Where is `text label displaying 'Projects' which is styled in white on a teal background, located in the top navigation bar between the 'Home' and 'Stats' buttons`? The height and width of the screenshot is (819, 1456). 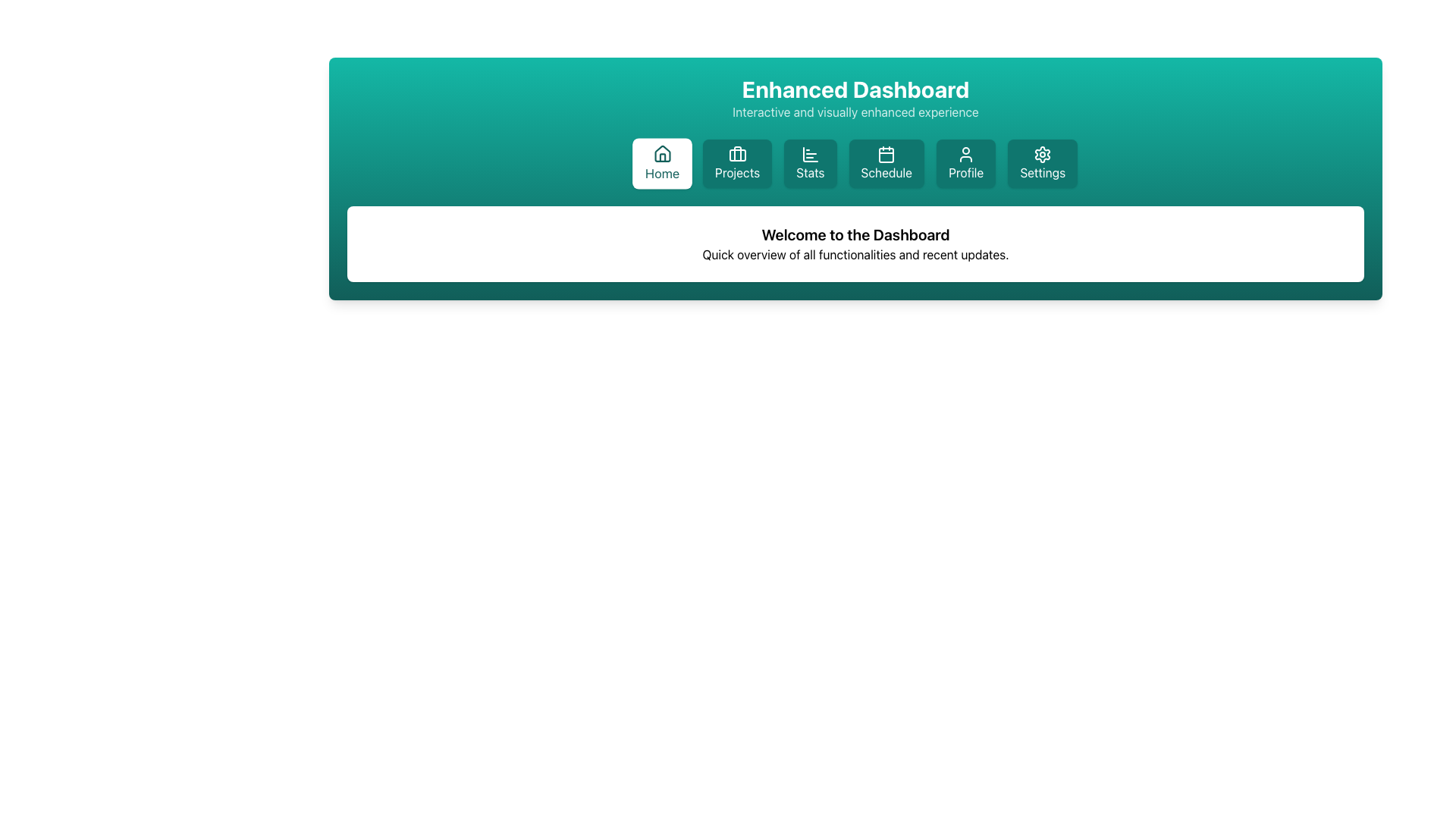
text label displaying 'Projects' which is styled in white on a teal background, located in the top navigation bar between the 'Home' and 'Stats' buttons is located at coordinates (737, 171).